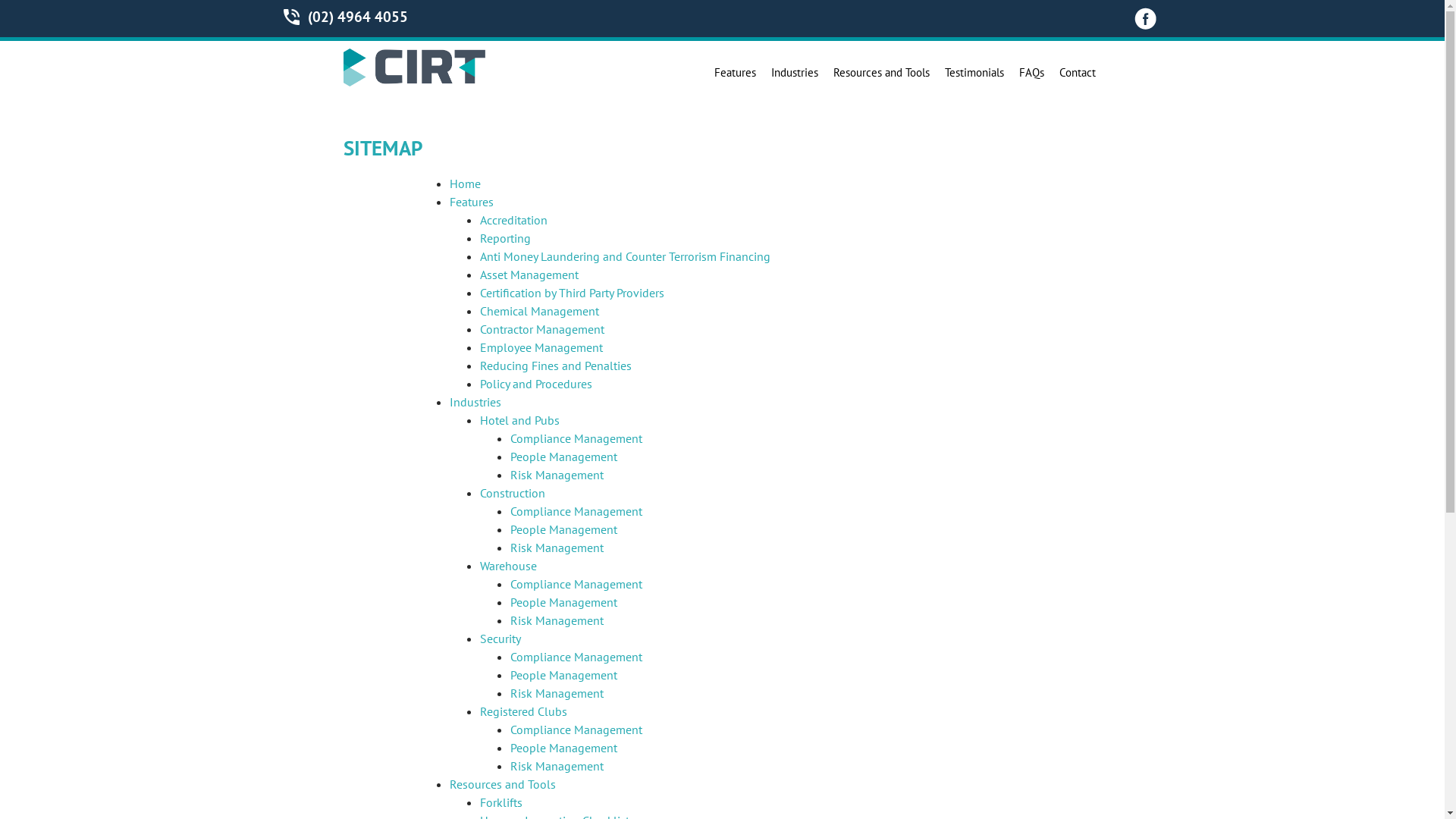  What do you see at coordinates (541, 328) in the screenshot?
I see `'Contractor Management'` at bounding box center [541, 328].